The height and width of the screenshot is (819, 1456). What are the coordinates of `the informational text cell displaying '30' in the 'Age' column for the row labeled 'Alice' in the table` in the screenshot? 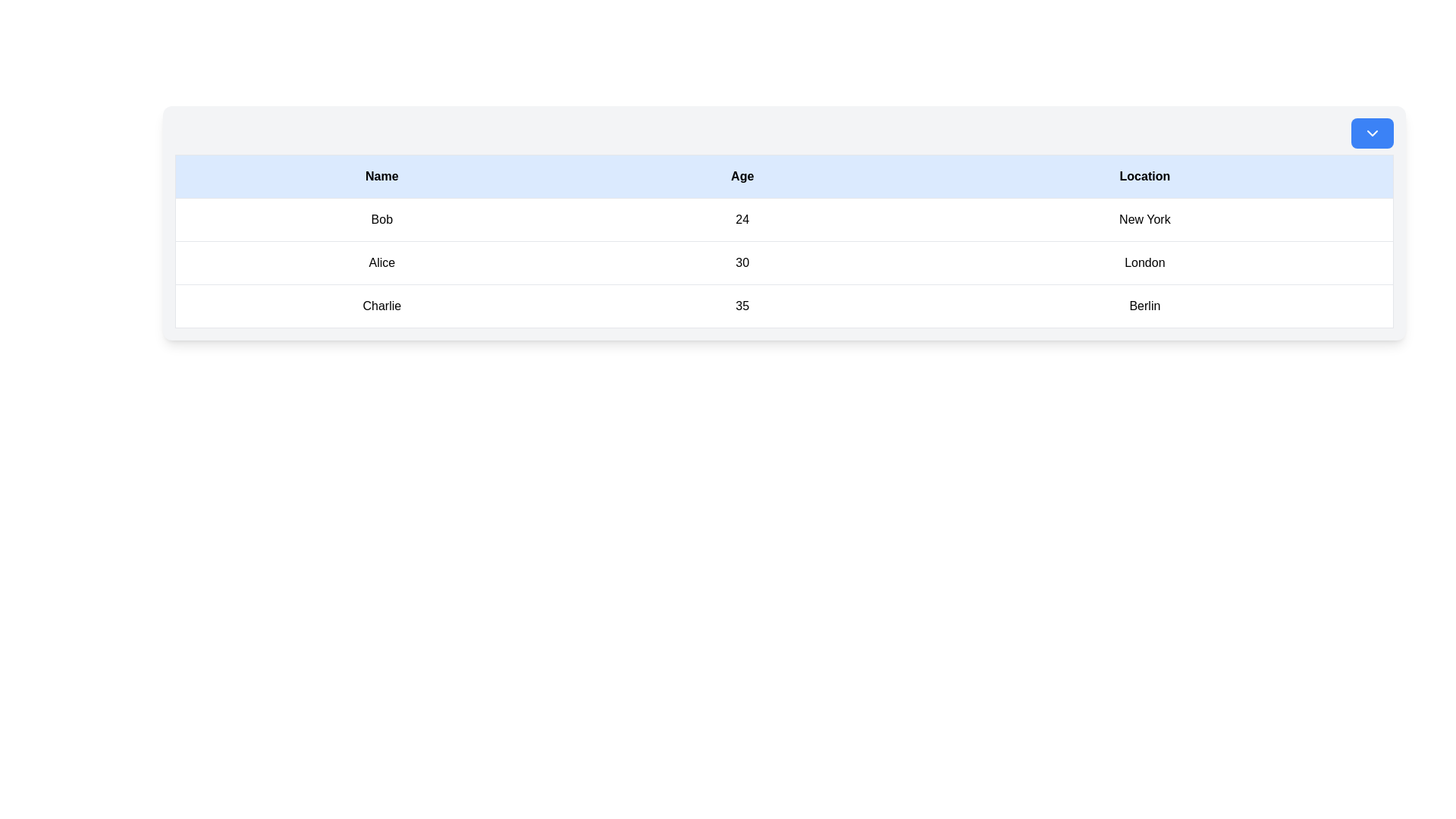 It's located at (742, 262).